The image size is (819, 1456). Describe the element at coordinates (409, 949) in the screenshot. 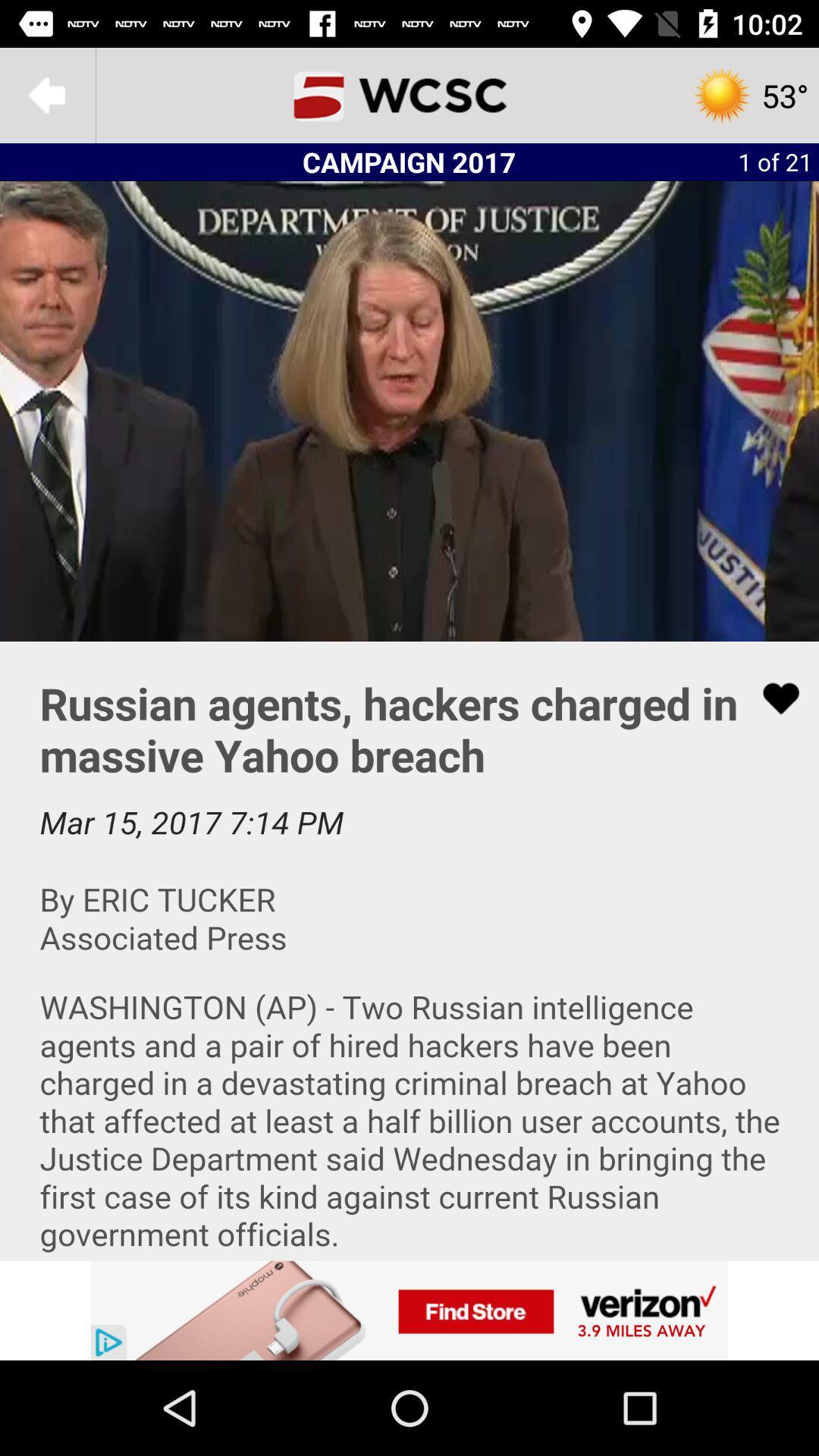

I see `article content display` at that location.